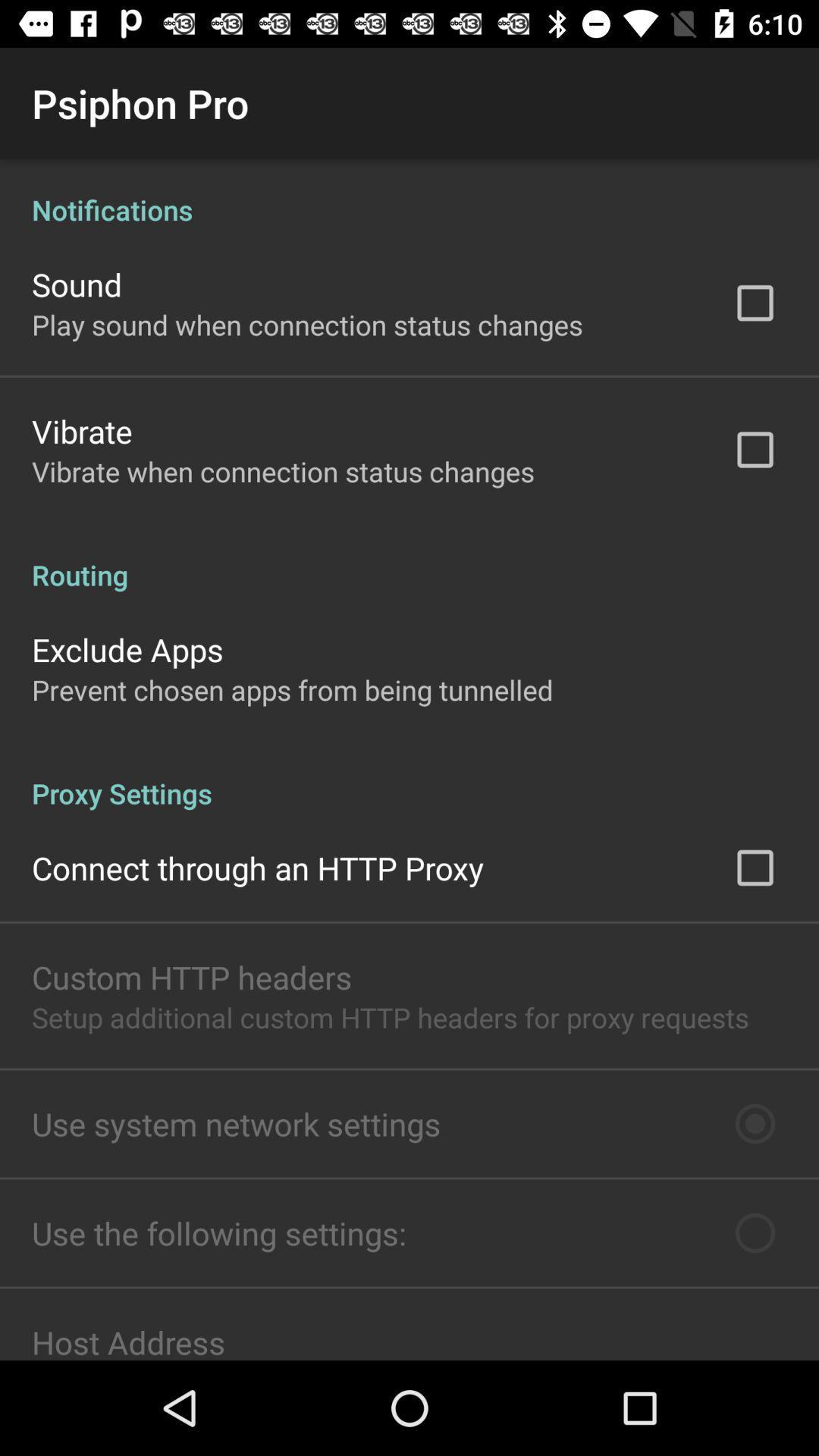 This screenshot has width=819, height=1456. What do you see at coordinates (257, 868) in the screenshot?
I see `the item below the proxy settings icon` at bounding box center [257, 868].